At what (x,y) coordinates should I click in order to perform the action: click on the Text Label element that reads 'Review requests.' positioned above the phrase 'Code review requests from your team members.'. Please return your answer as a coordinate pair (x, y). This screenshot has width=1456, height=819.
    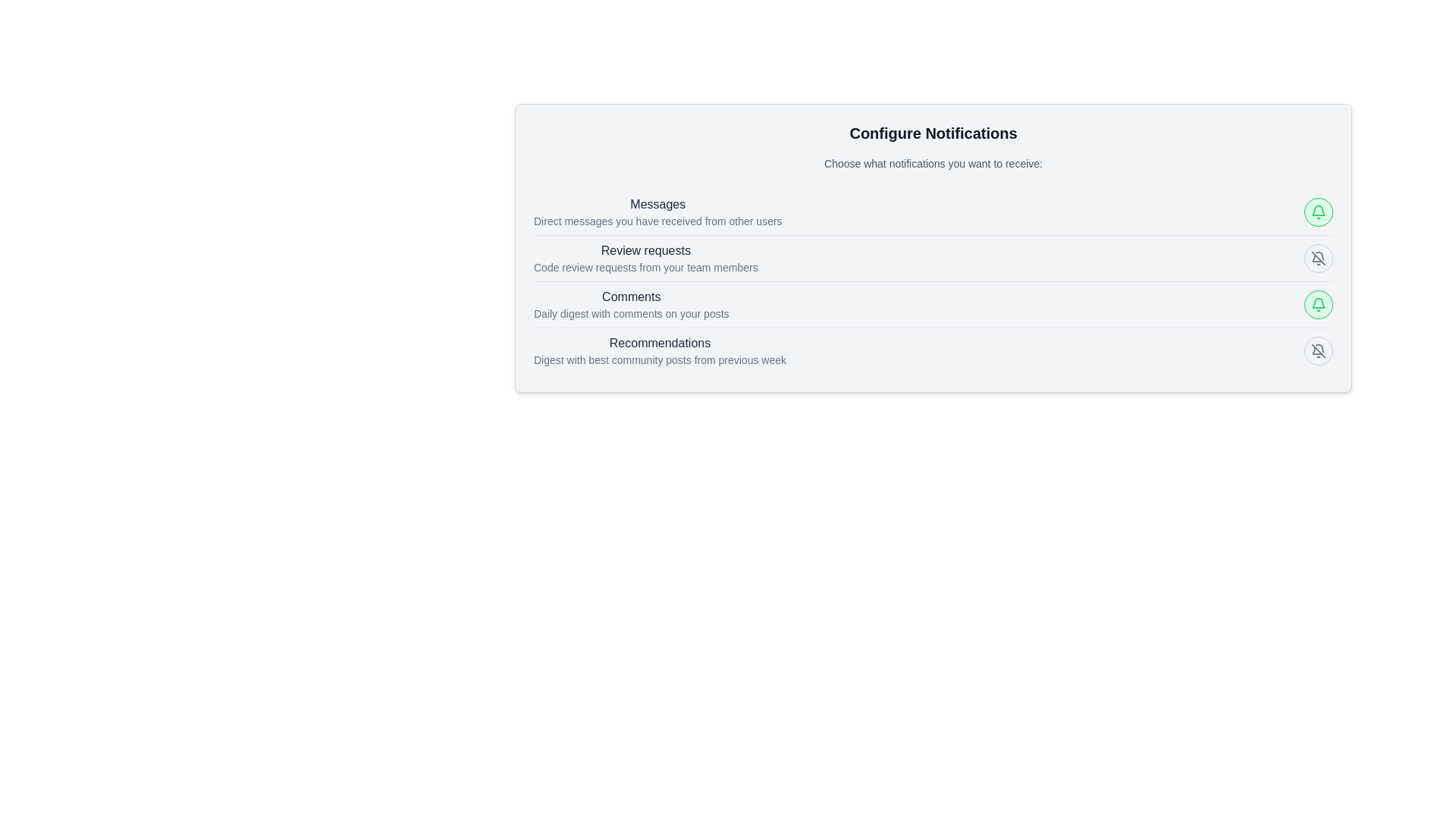
    Looking at the image, I should click on (645, 250).